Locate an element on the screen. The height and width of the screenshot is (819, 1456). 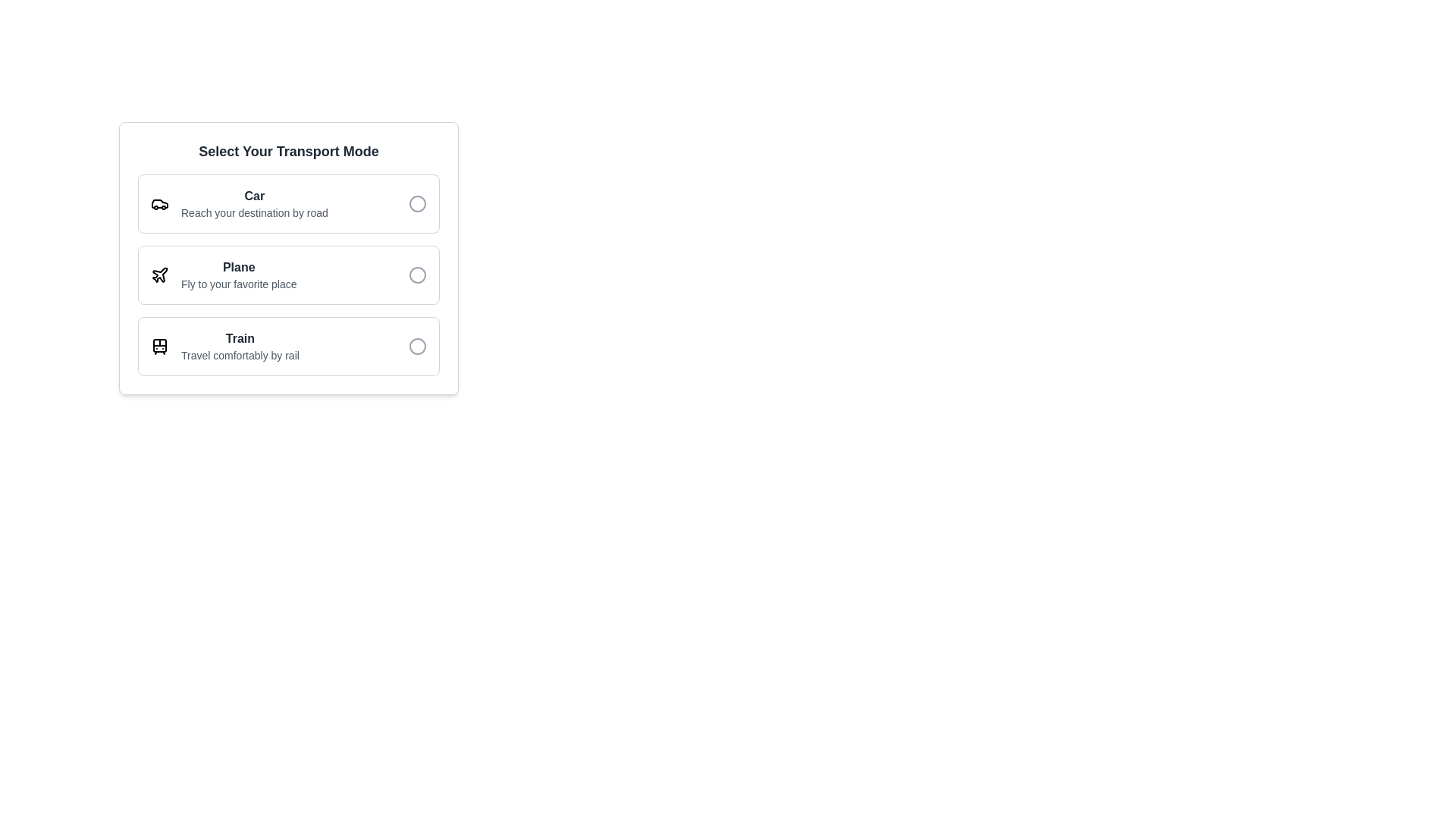
static text label that provides a description for the 'Car' transport mode option, located below the bold label 'Car' in the first selectable option of the vertical list is located at coordinates (254, 213).